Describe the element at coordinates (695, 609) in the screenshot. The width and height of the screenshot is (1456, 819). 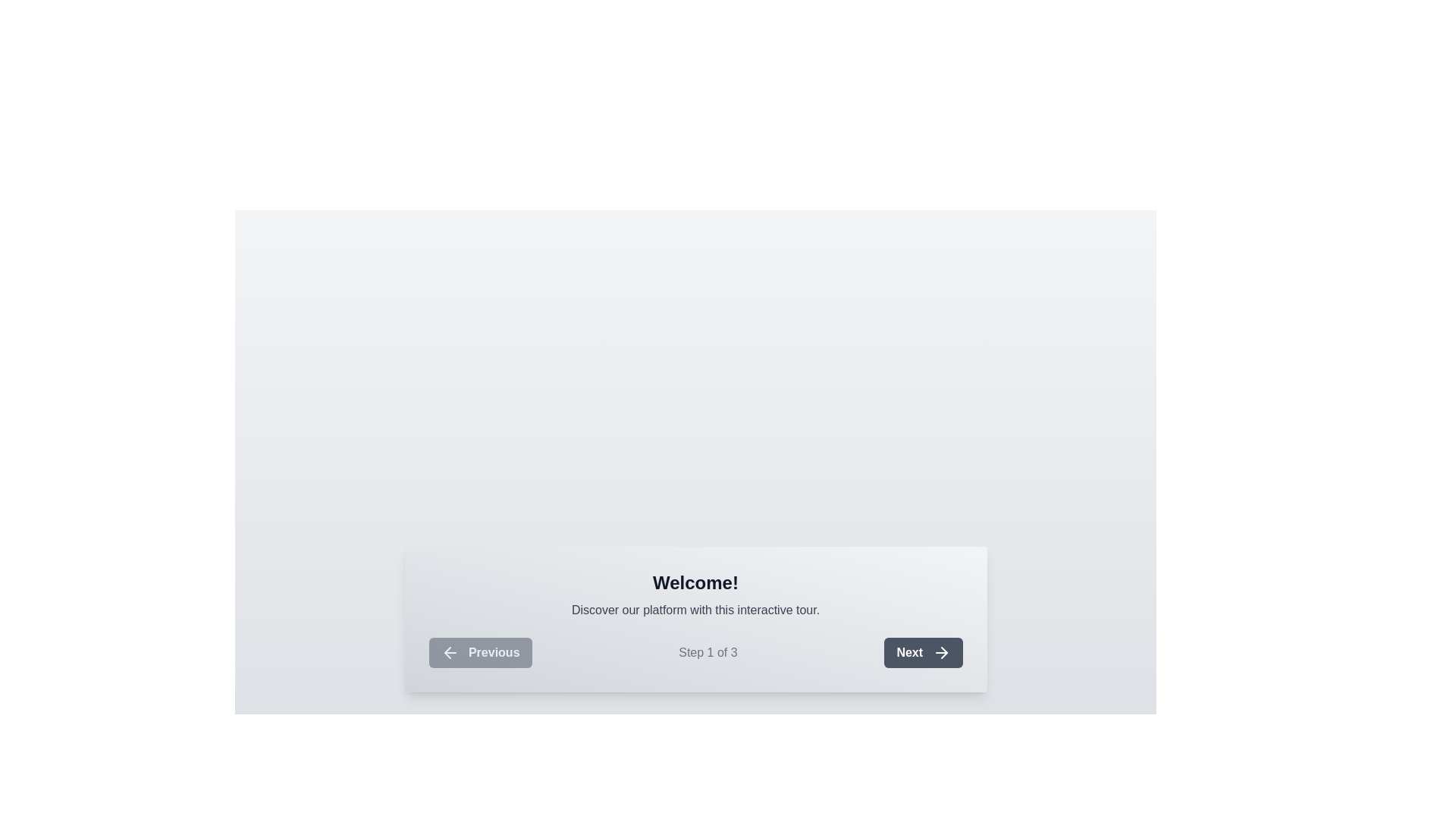
I see `the descriptive message text located directly below the 'Welcome!' text, which provides information about the interactive tour of the platform` at that location.